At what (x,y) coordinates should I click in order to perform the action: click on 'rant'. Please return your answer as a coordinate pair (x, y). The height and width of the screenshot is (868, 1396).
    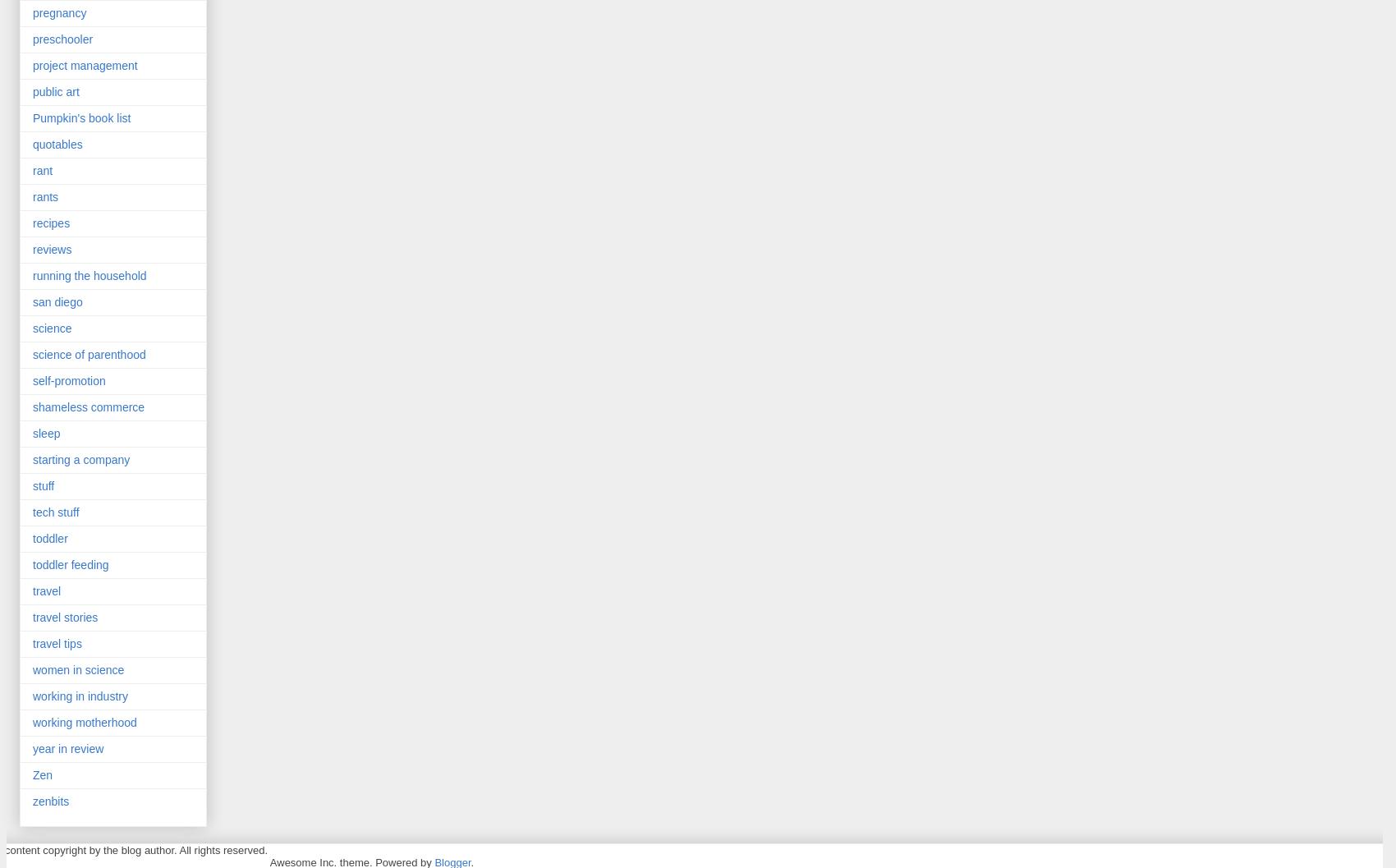
    Looking at the image, I should click on (43, 171).